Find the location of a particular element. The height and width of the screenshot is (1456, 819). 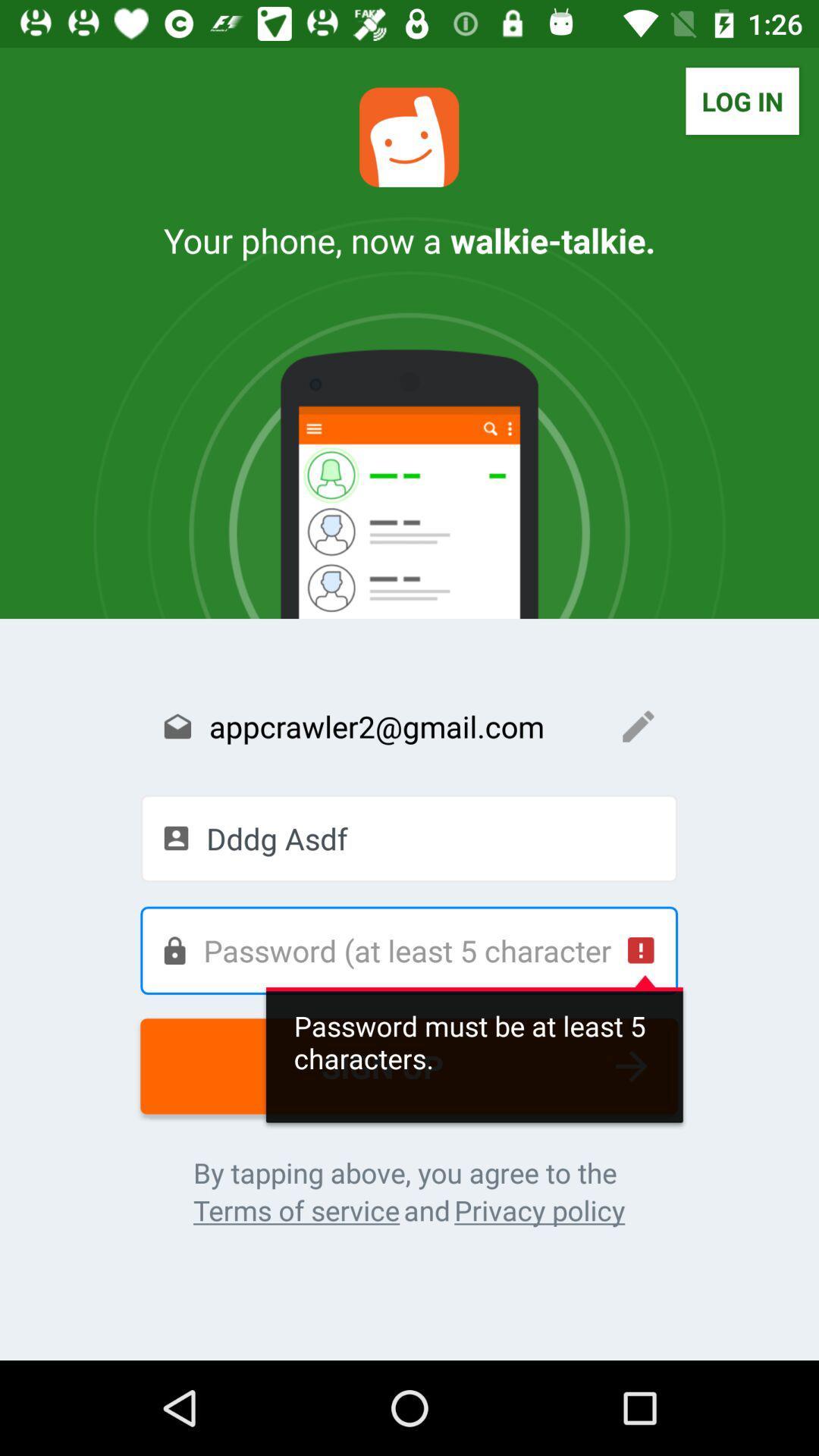

log in icon is located at coordinates (742, 100).